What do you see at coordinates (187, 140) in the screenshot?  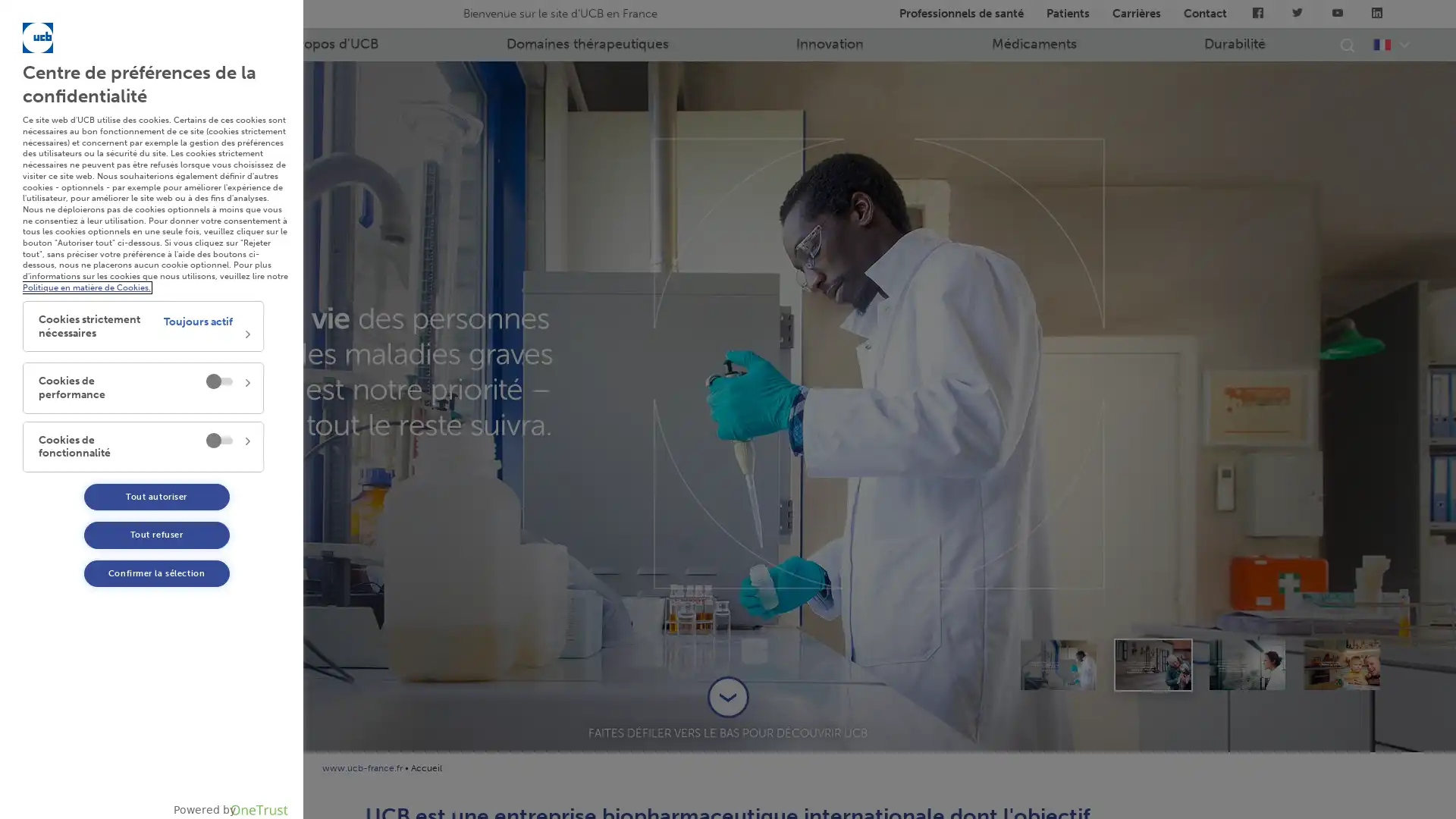 I see `Cancel` at bounding box center [187, 140].